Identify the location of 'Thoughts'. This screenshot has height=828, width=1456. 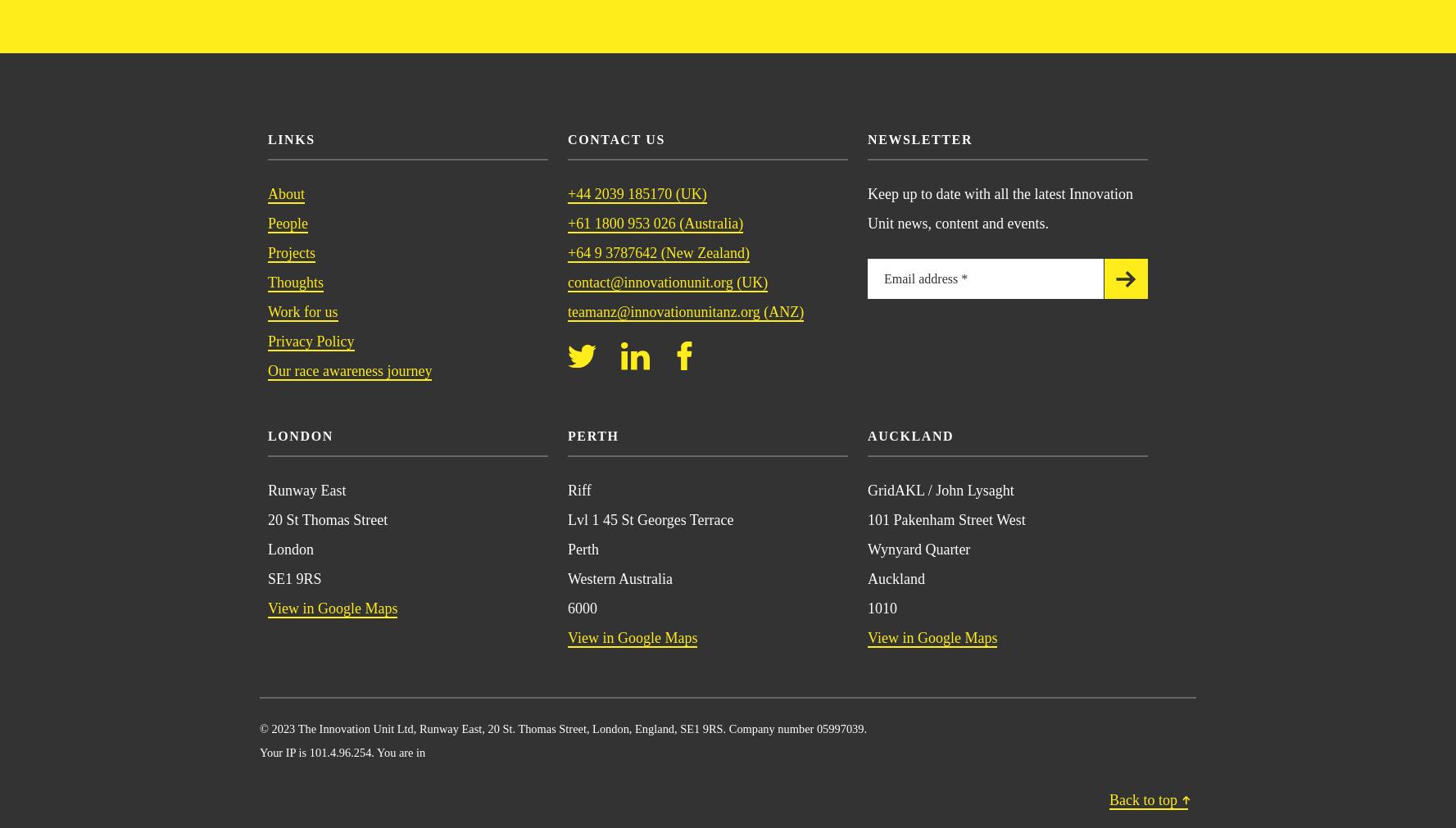
(296, 281).